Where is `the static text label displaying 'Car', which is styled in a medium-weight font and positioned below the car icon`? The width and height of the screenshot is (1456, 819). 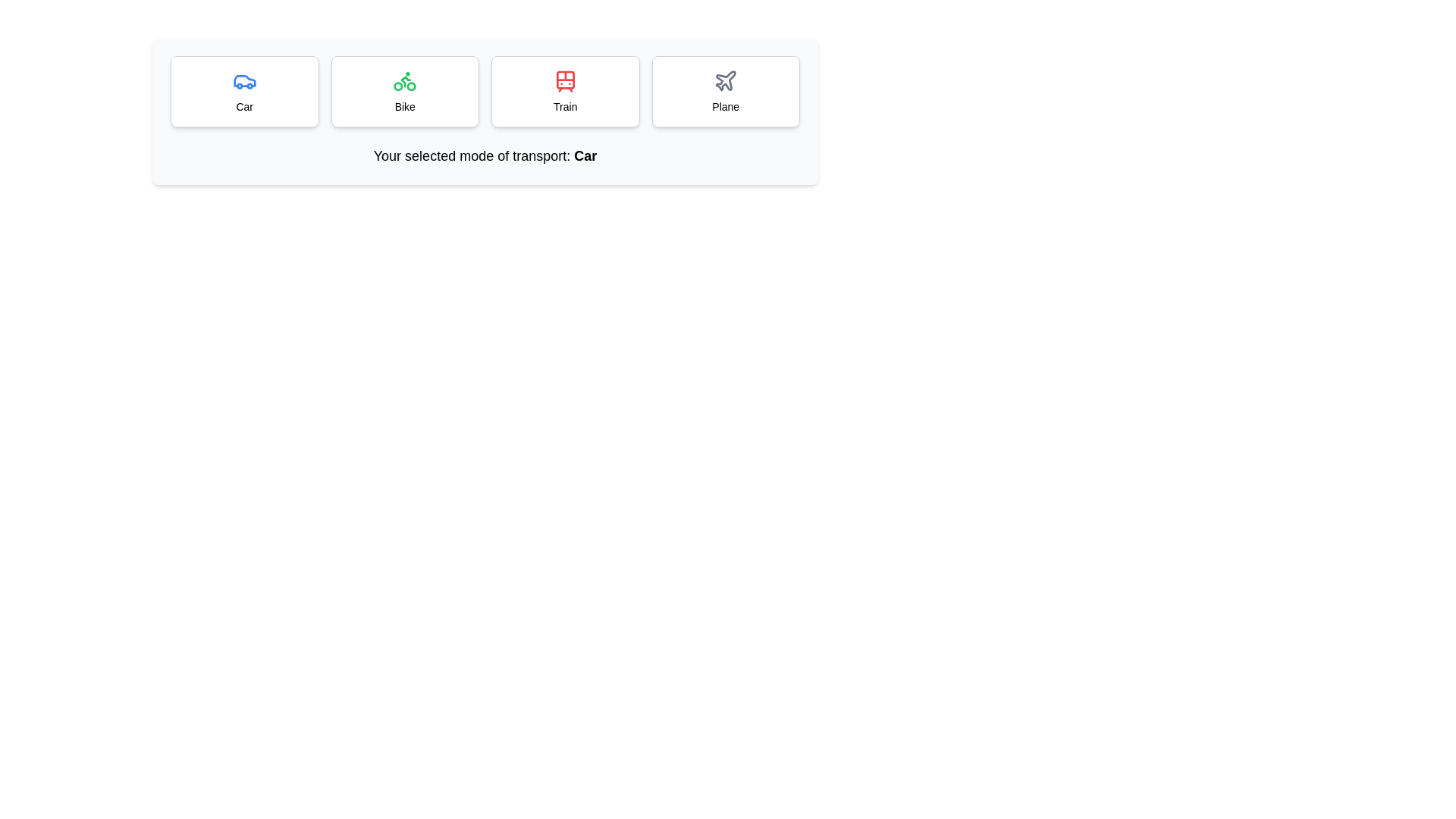
the static text label displaying 'Car', which is styled in a medium-weight font and positioned below the car icon is located at coordinates (244, 106).